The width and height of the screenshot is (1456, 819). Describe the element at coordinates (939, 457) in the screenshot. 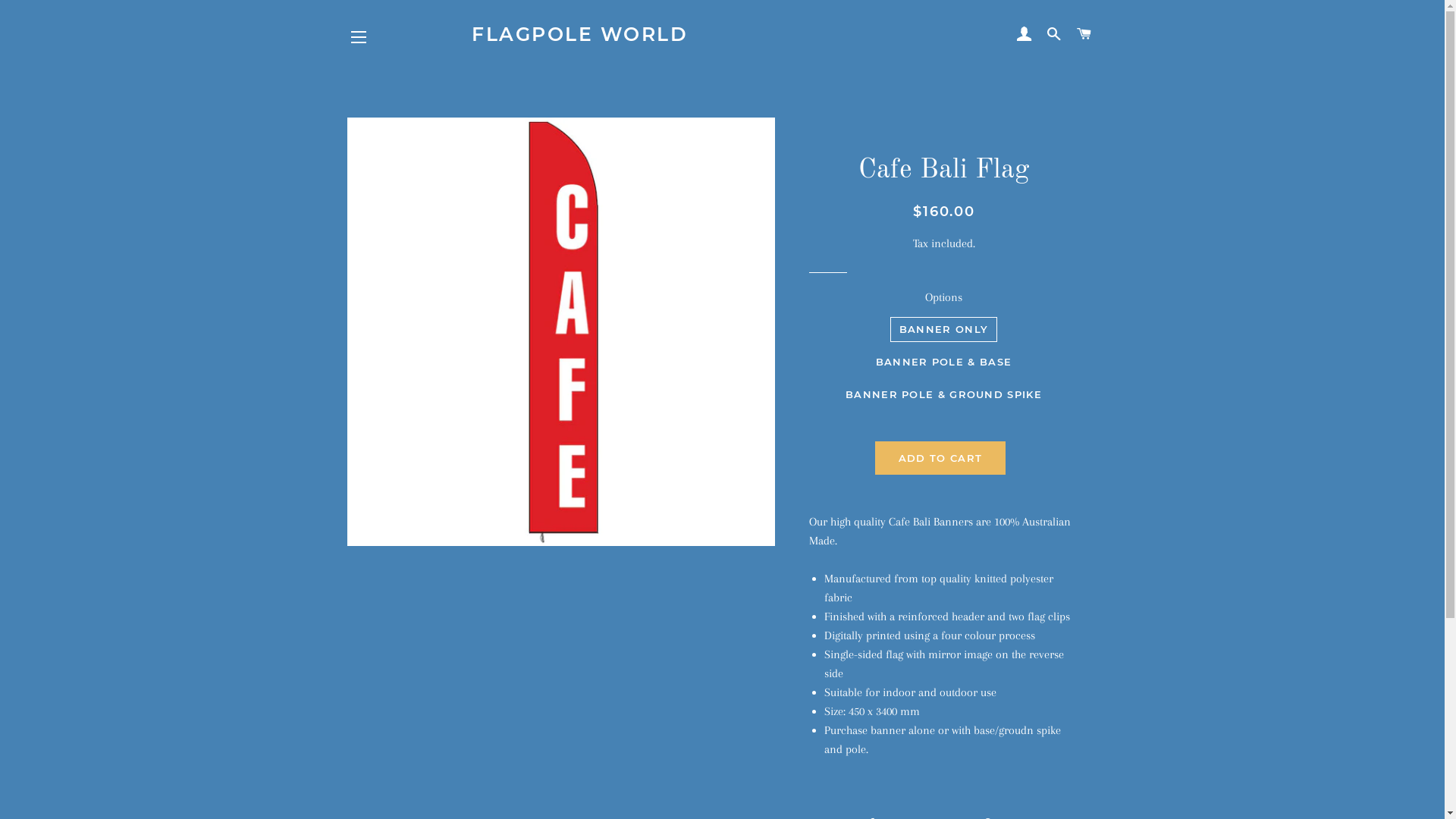

I see `'ADD TO CART'` at that location.